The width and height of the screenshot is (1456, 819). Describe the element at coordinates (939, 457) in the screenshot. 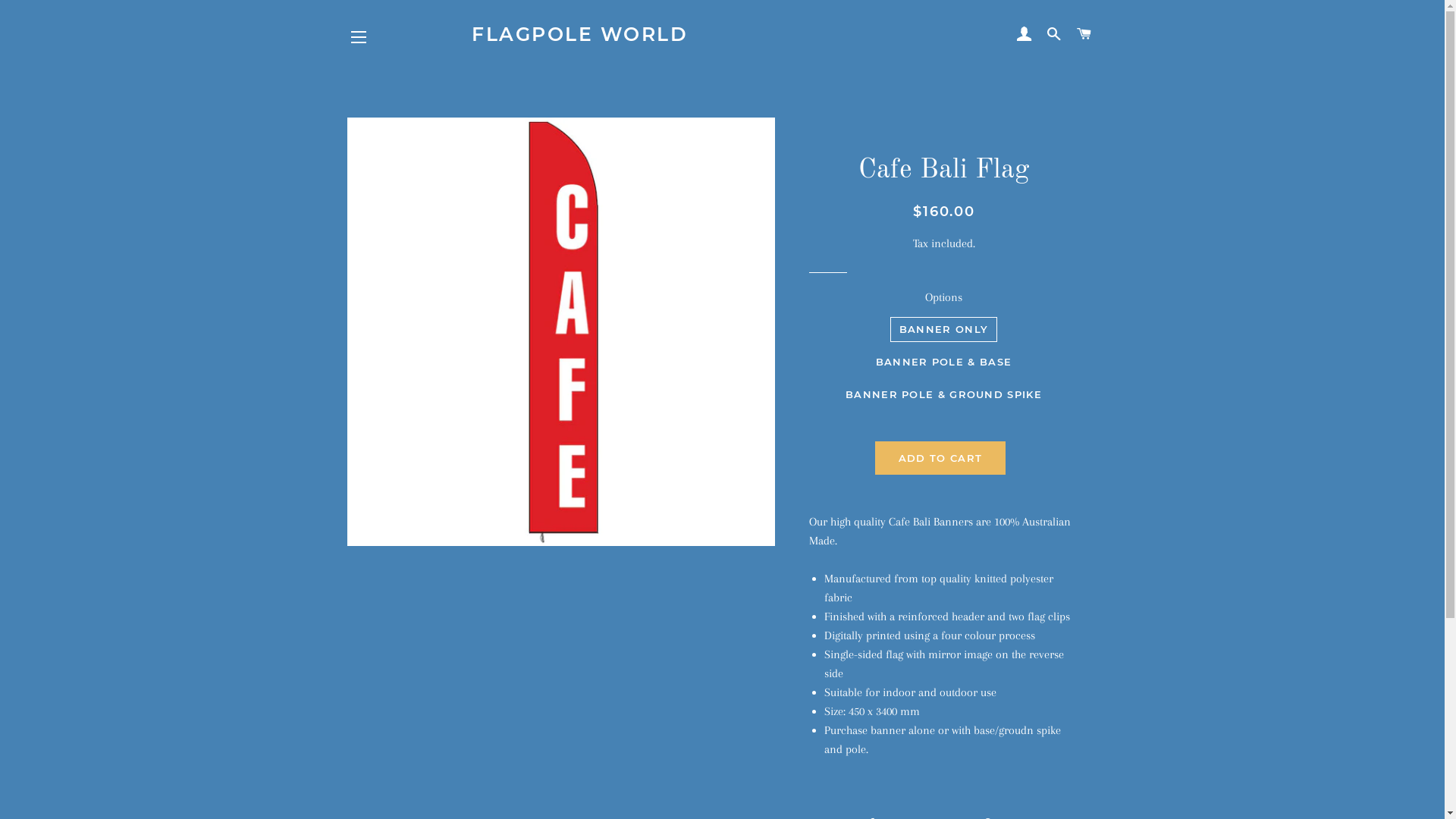

I see `'ADD TO CART'` at that location.